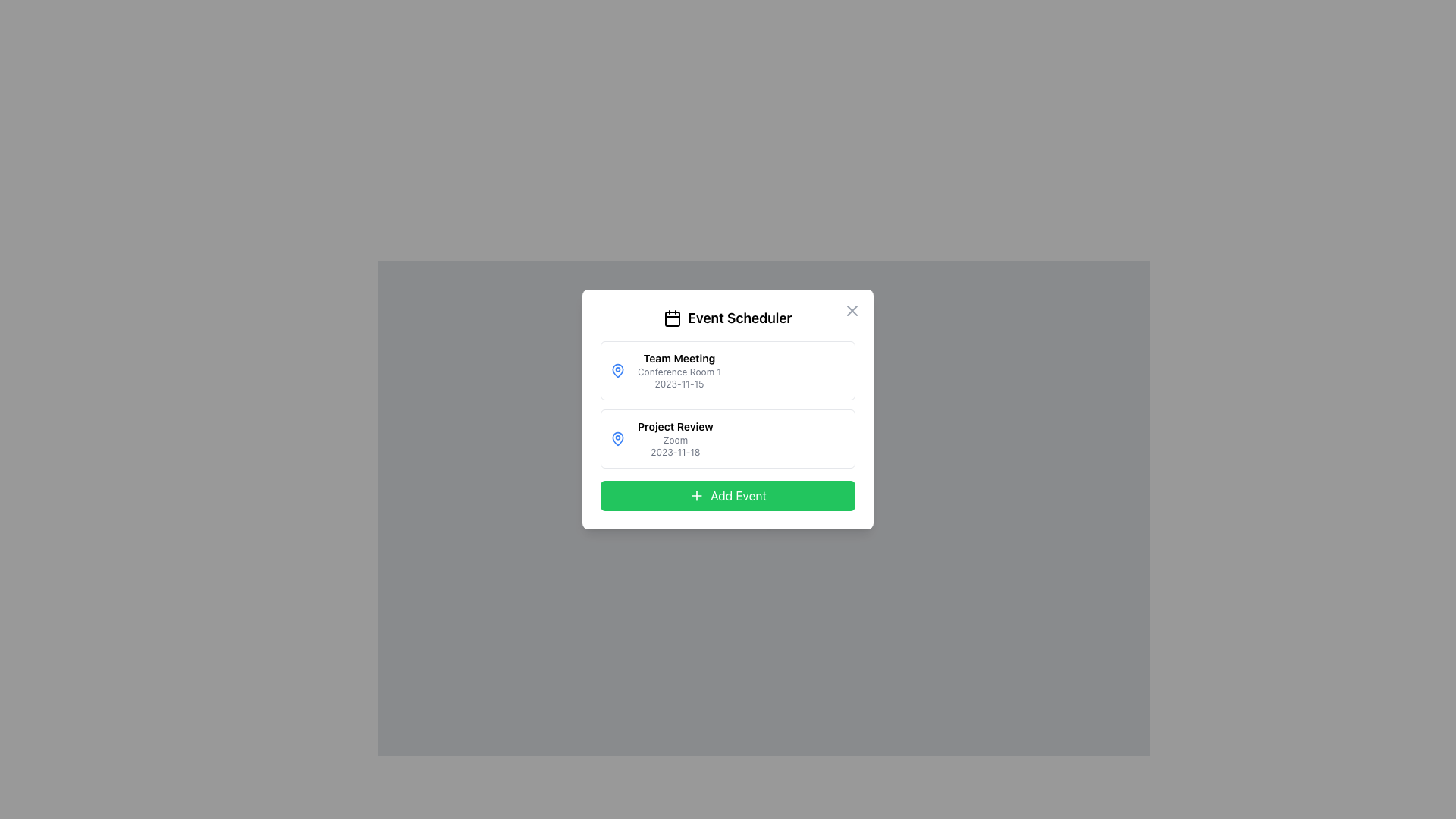 The image size is (1456, 819). What do you see at coordinates (739, 496) in the screenshot?
I see `the text display within the green button at the bottom of the modal` at bounding box center [739, 496].